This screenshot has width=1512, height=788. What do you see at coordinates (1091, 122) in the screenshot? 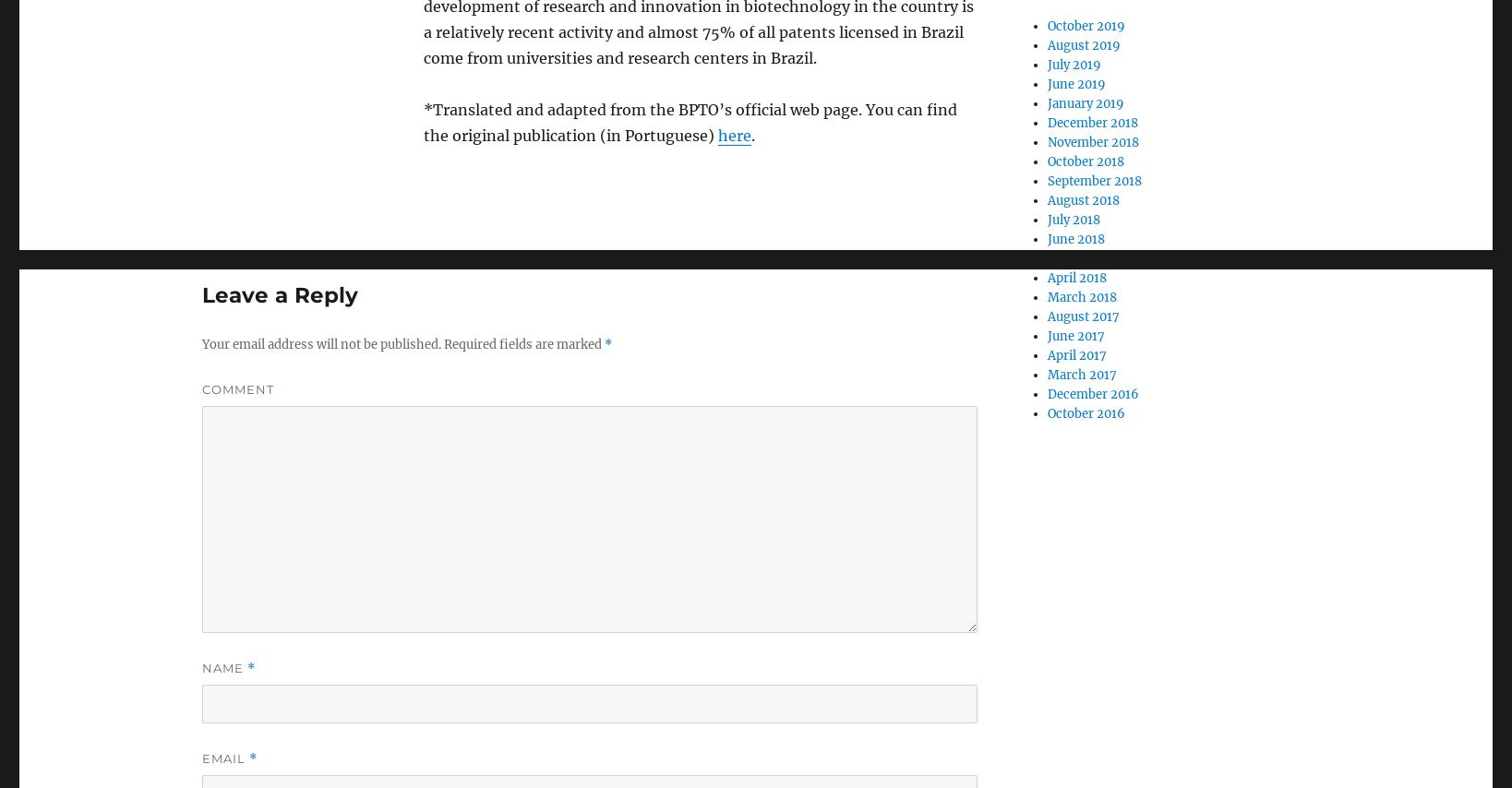
I see `'December 2018'` at bounding box center [1091, 122].